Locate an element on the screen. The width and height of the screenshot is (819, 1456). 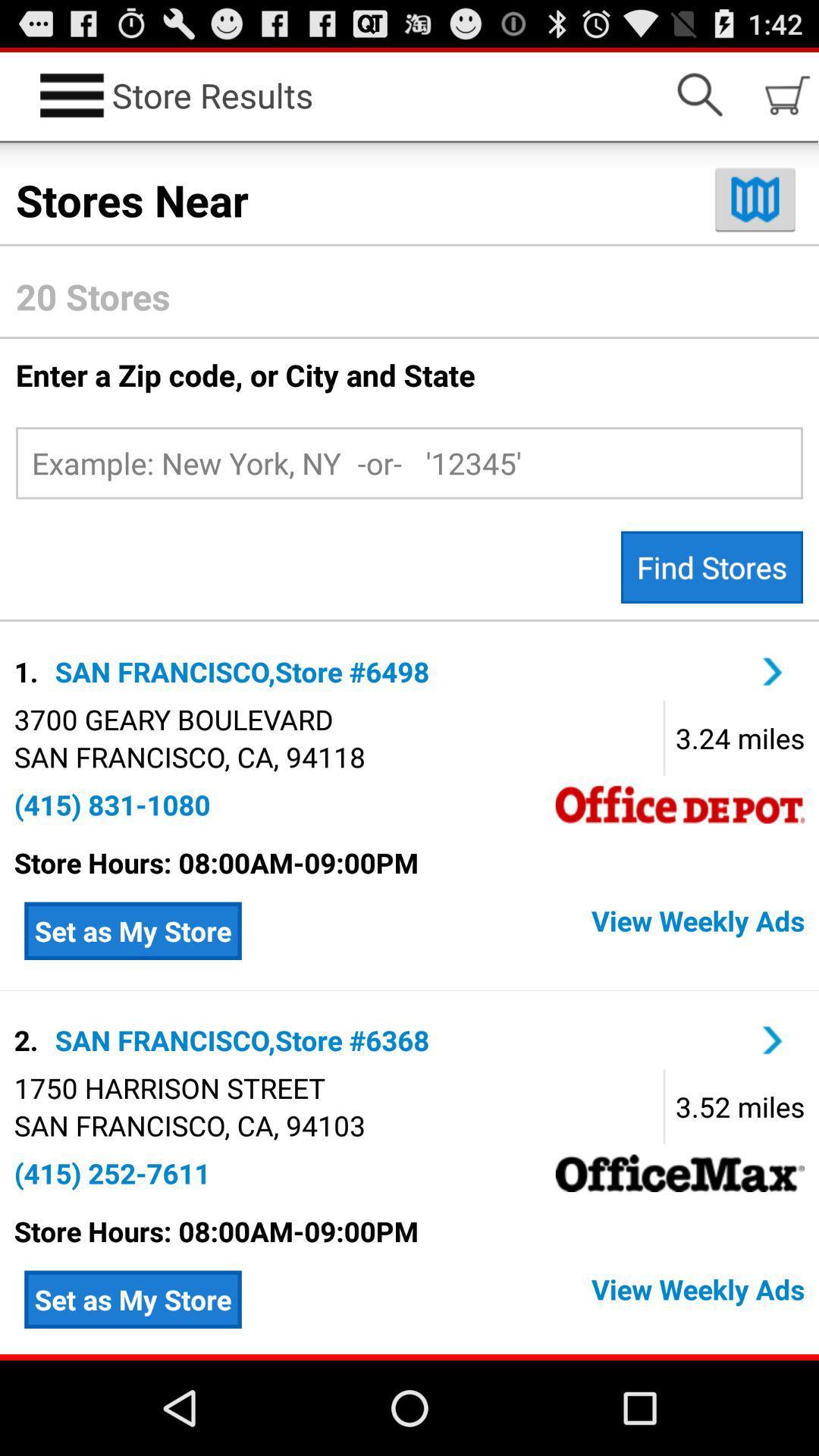
switch to map view is located at coordinates (755, 199).